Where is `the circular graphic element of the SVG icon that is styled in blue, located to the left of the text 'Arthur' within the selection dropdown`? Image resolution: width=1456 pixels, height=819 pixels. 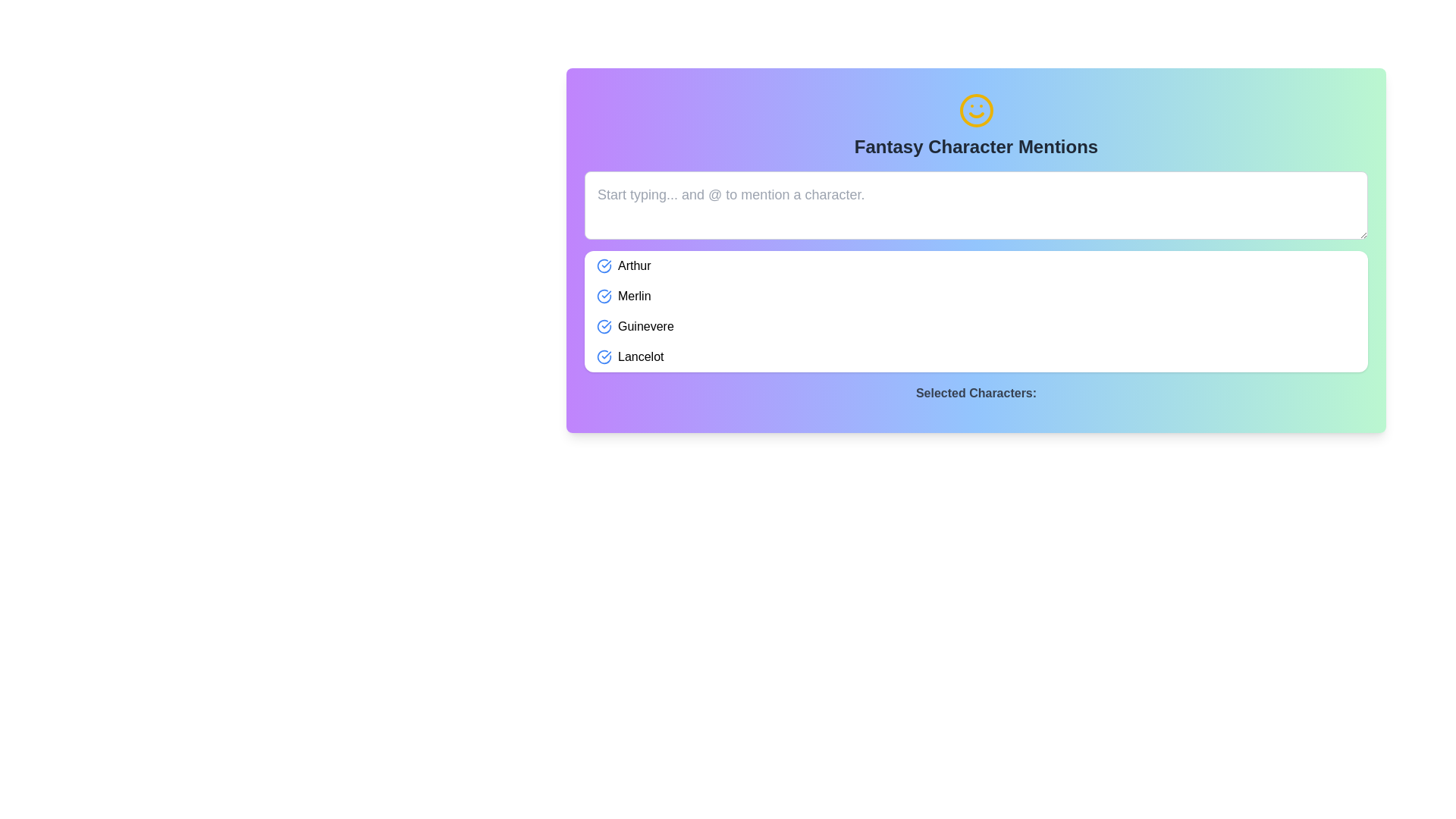 the circular graphic element of the SVG icon that is styled in blue, located to the left of the text 'Arthur' within the selection dropdown is located at coordinates (603, 265).